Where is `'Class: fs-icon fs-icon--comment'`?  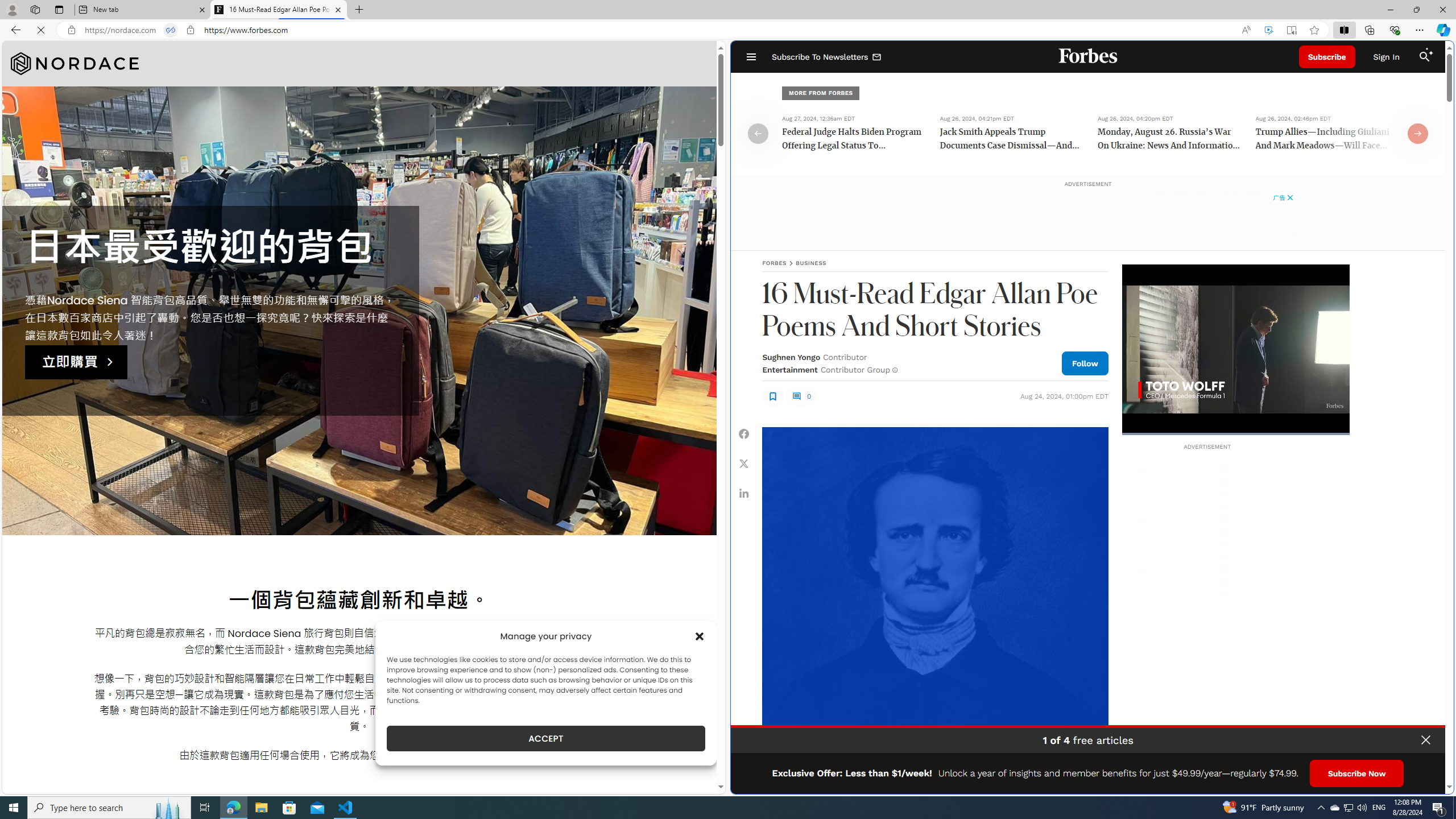 'Class: fs-icon fs-icon--comment' is located at coordinates (796, 396).